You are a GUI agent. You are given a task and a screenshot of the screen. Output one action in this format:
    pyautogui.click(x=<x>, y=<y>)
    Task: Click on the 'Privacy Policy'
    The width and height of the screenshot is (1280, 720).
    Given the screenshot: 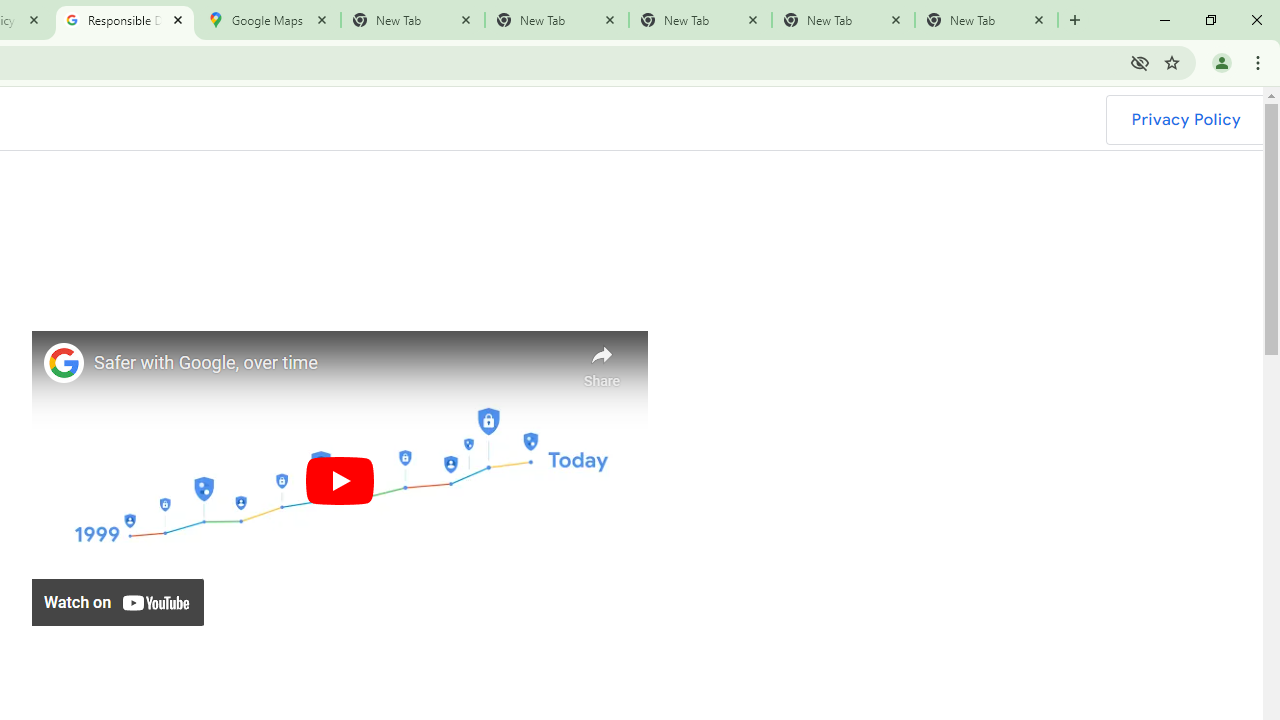 What is the action you would take?
    pyautogui.click(x=1185, y=119)
    